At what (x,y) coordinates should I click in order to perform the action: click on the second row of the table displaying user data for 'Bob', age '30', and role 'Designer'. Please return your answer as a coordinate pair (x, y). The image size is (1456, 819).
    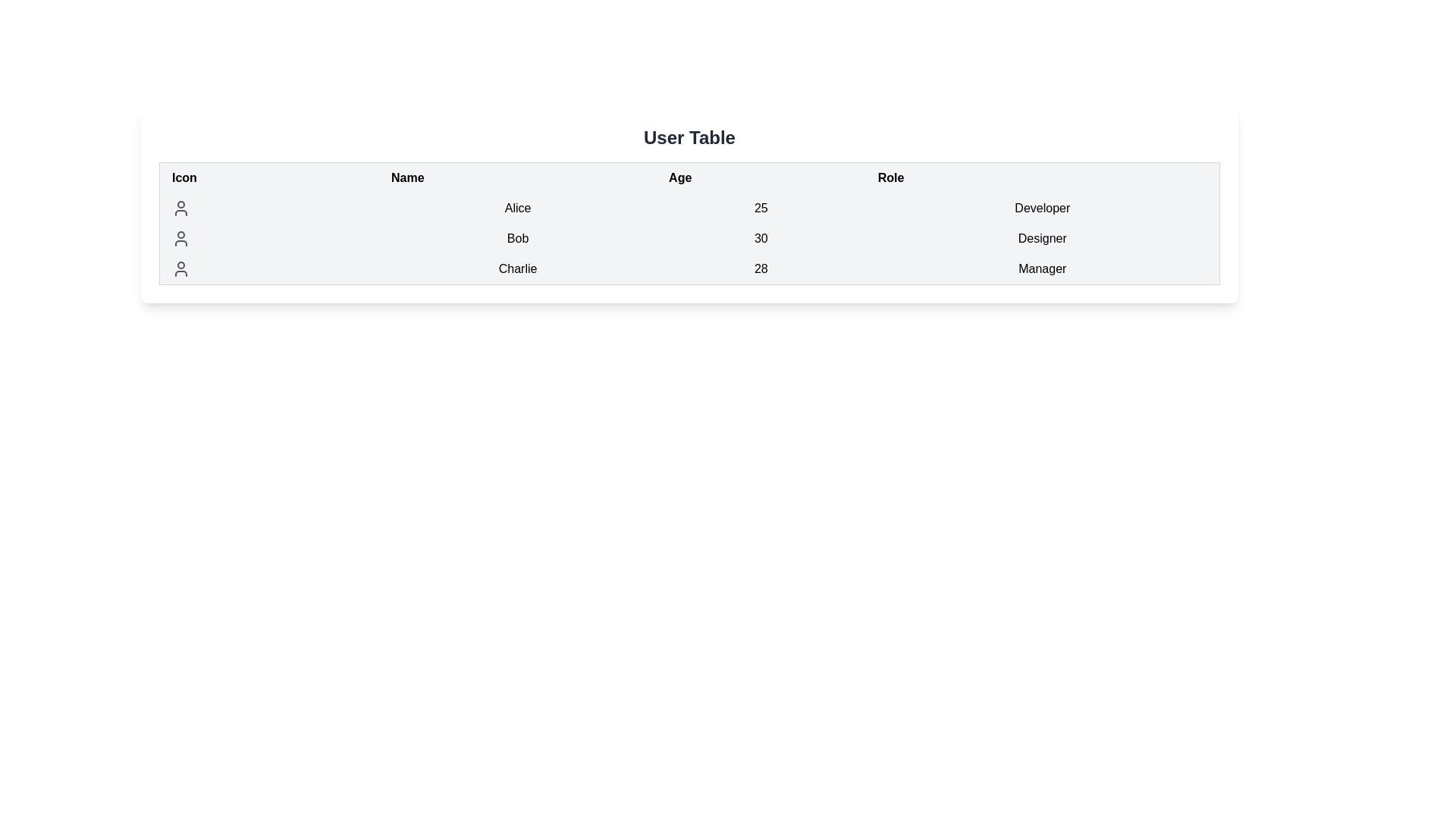
    Looking at the image, I should click on (689, 239).